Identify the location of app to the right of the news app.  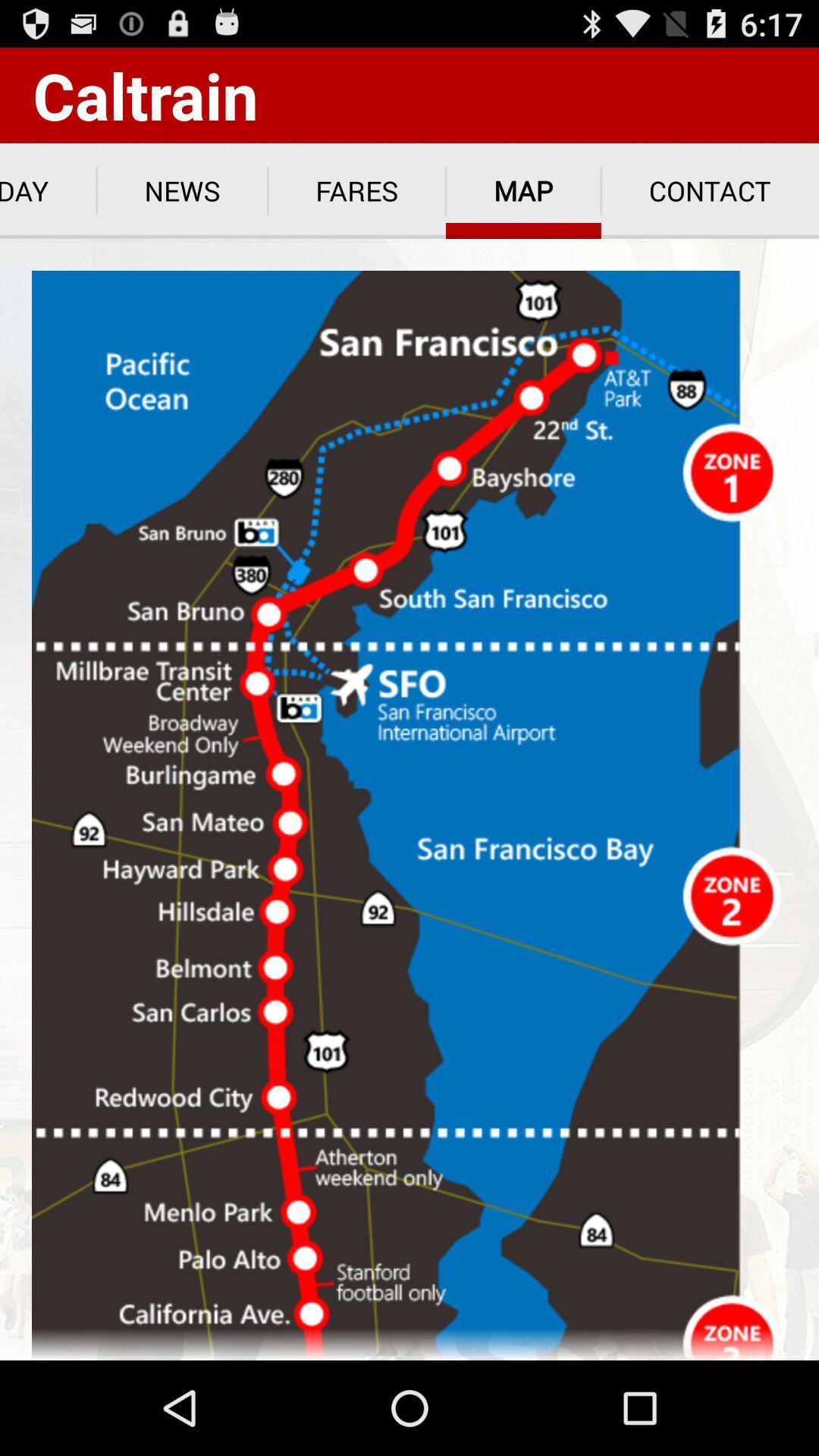
(356, 190).